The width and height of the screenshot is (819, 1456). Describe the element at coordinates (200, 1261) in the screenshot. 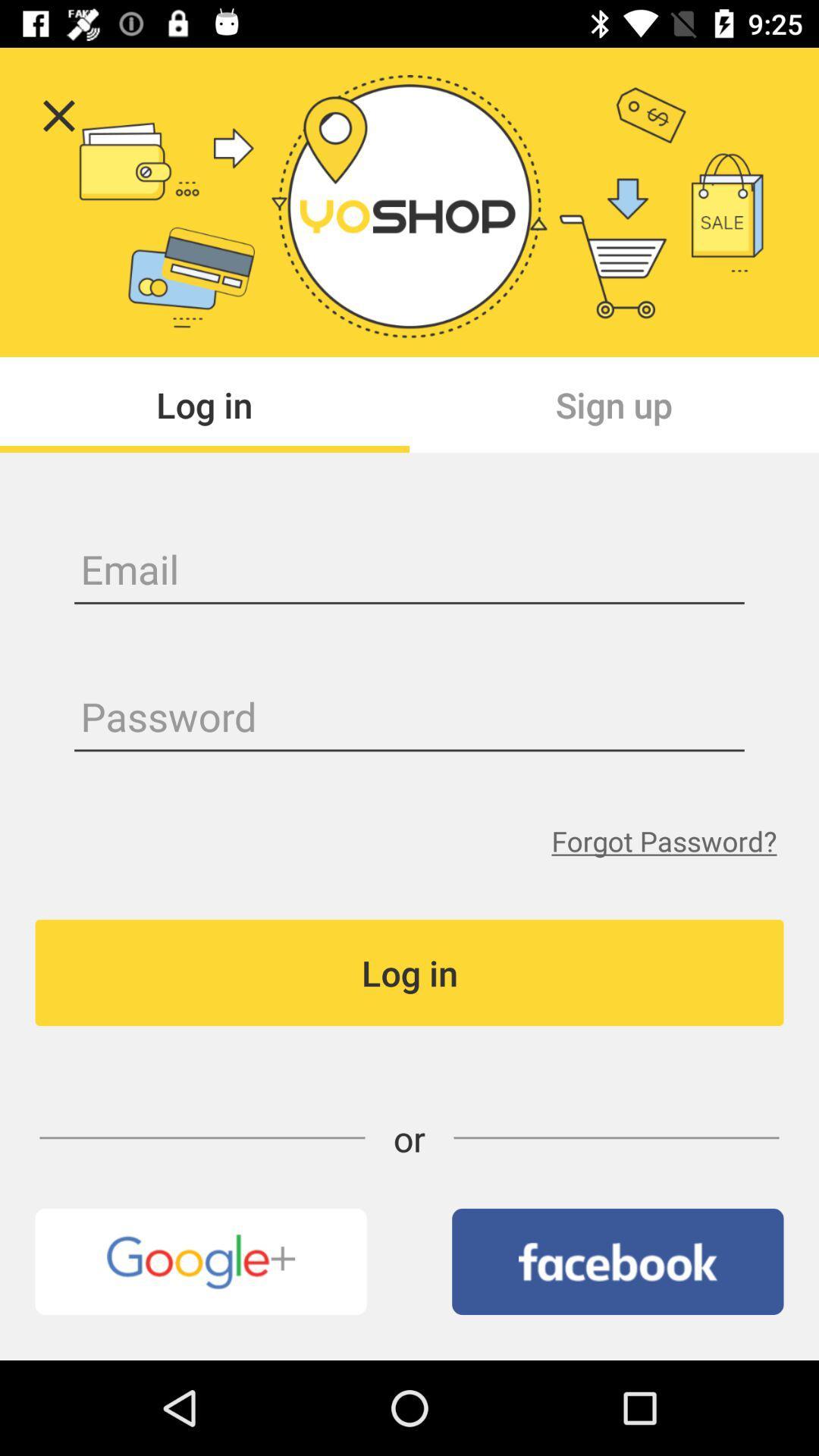

I see `sign in with google` at that location.